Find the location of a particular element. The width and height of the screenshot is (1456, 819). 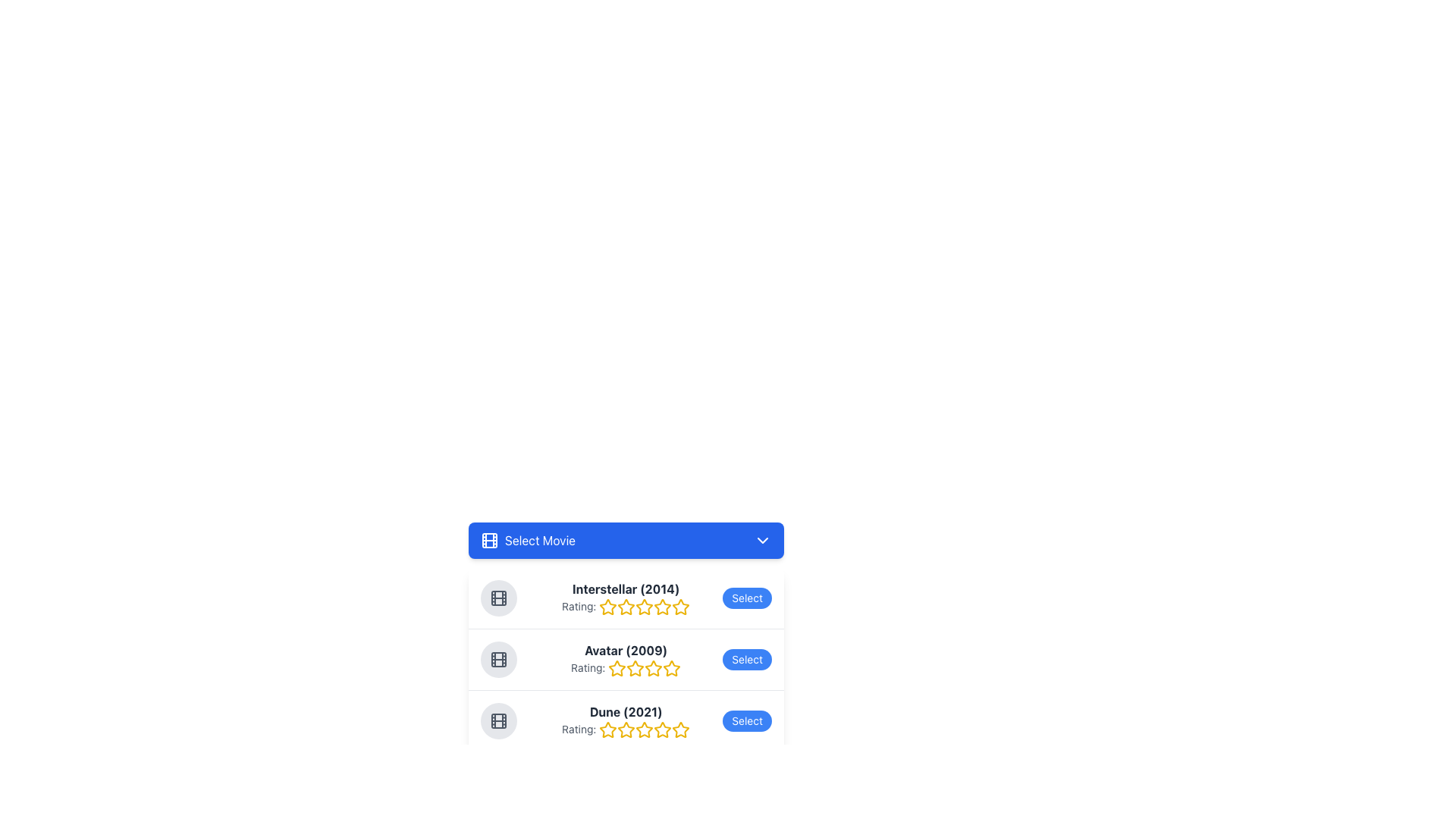

the fourth star icon in the rating system next to 'Avatar (2009) Rating' to rate it is located at coordinates (671, 667).